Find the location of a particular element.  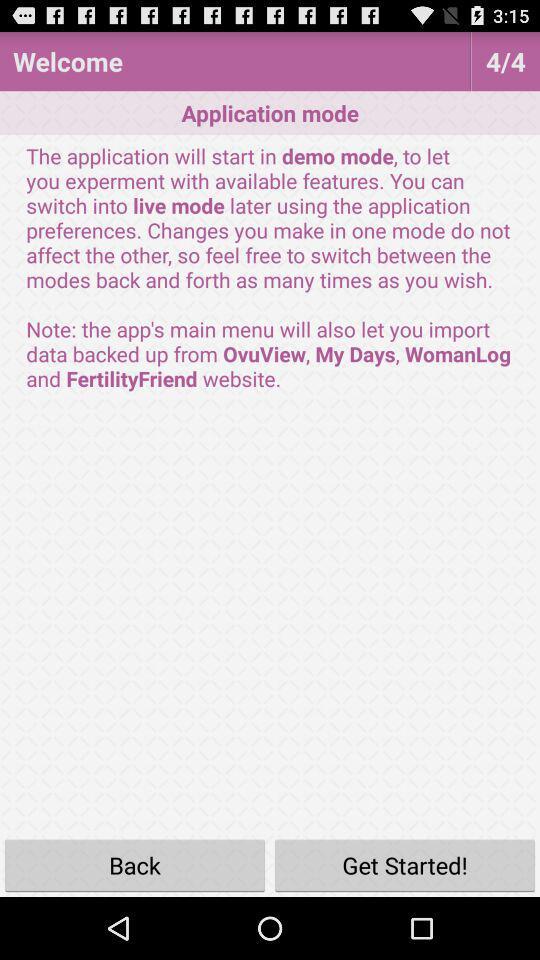

icon to the right of the back button is located at coordinates (405, 864).